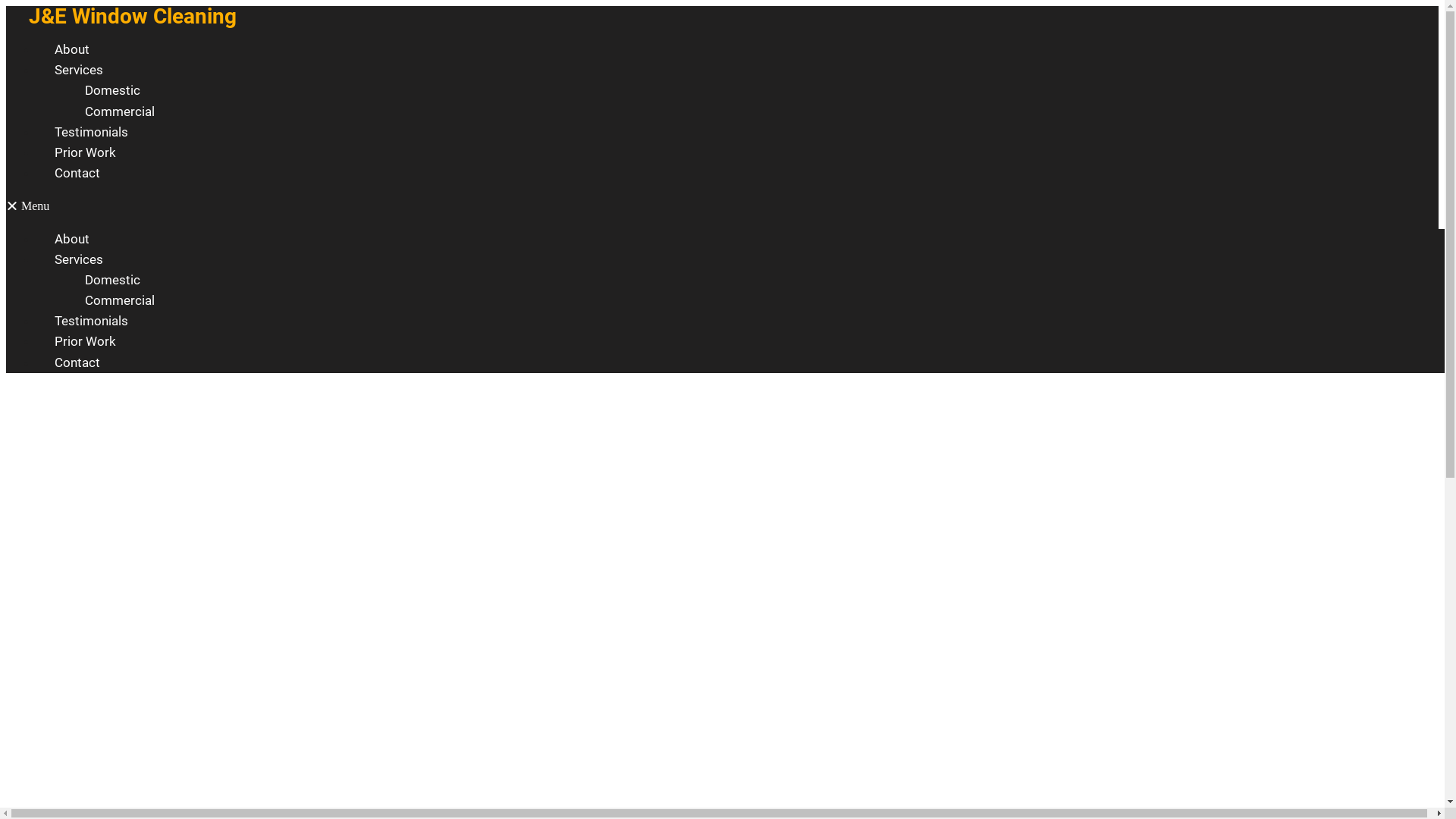 This screenshot has height=819, width=1456. I want to click on 'Domestic', so click(111, 90).